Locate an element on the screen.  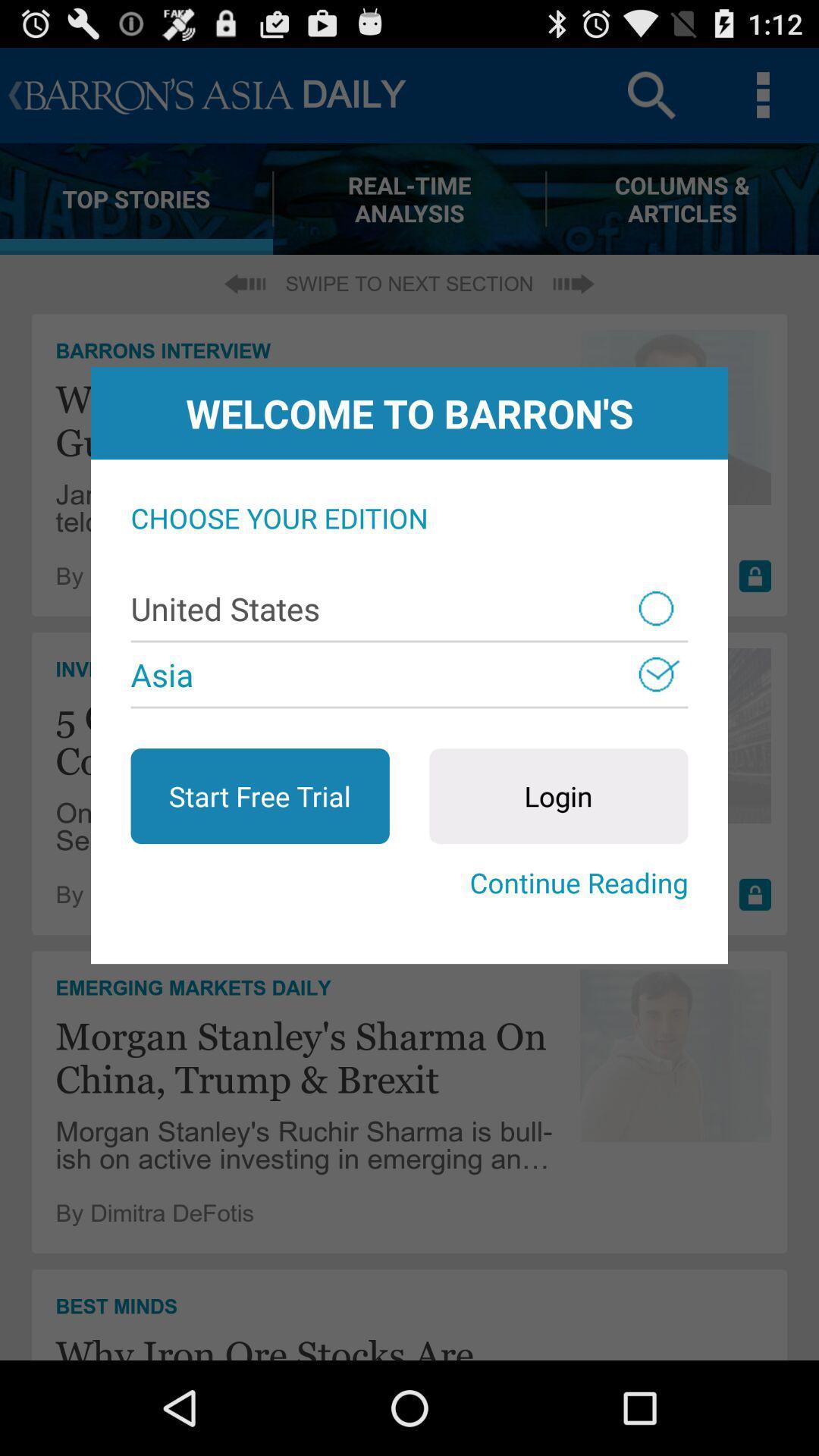
united states item is located at coordinates (409, 608).